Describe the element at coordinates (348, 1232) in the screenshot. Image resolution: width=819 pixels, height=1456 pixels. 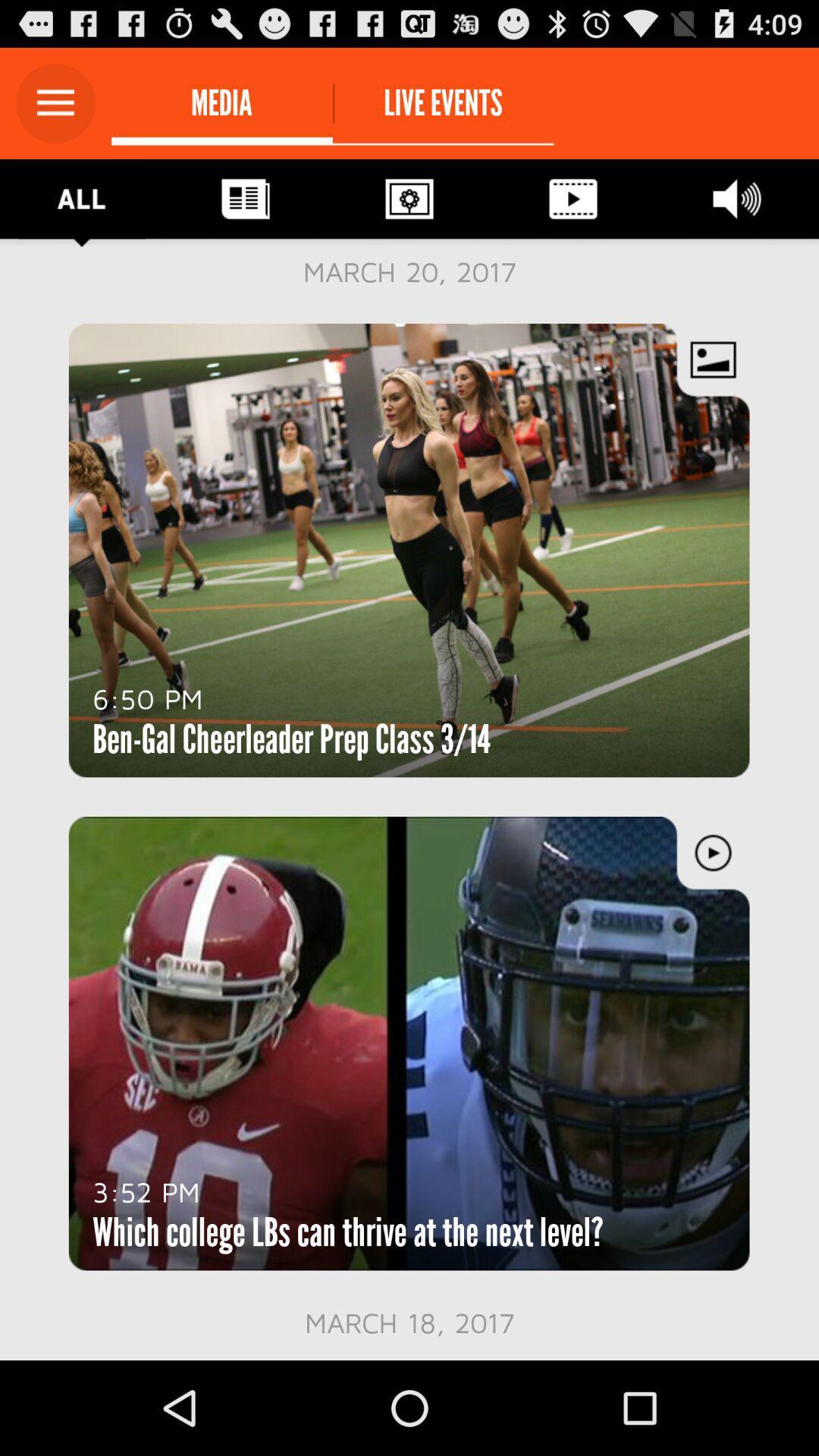
I see `icon below 3:52 pm item` at that location.